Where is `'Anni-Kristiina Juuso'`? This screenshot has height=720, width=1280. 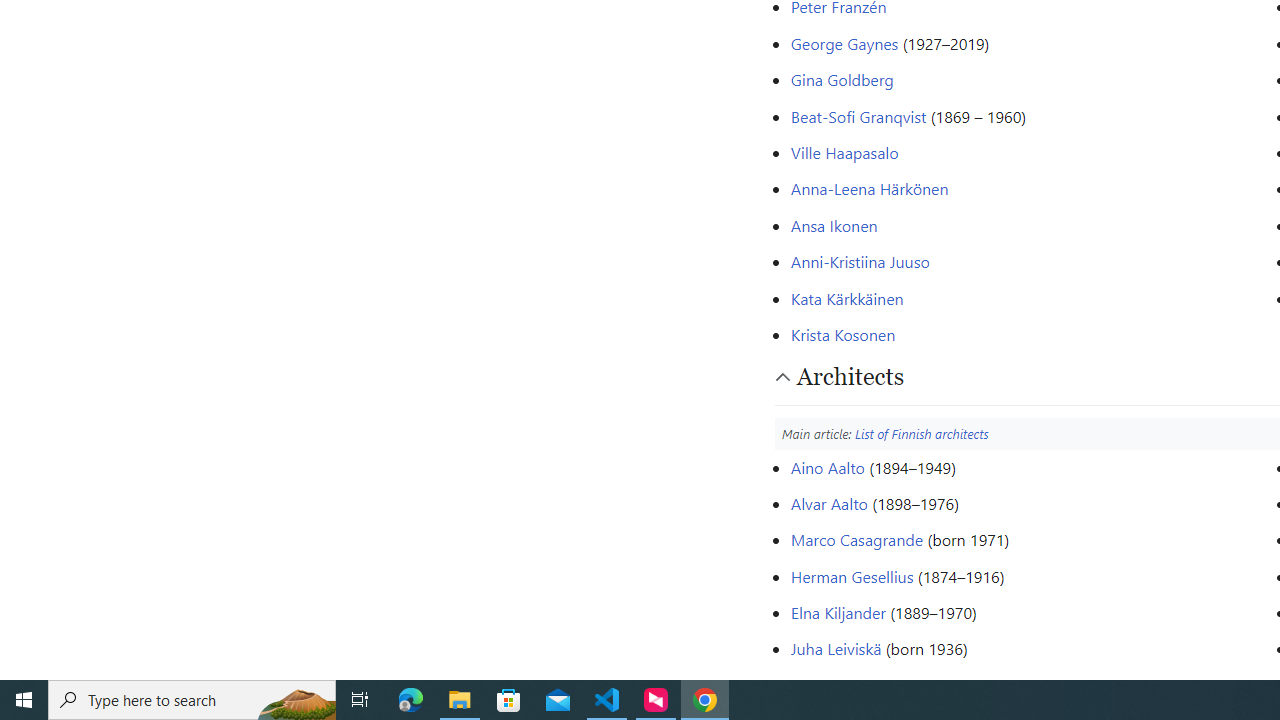 'Anni-Kristiina Juuso' is located at coordinates (860, 261).